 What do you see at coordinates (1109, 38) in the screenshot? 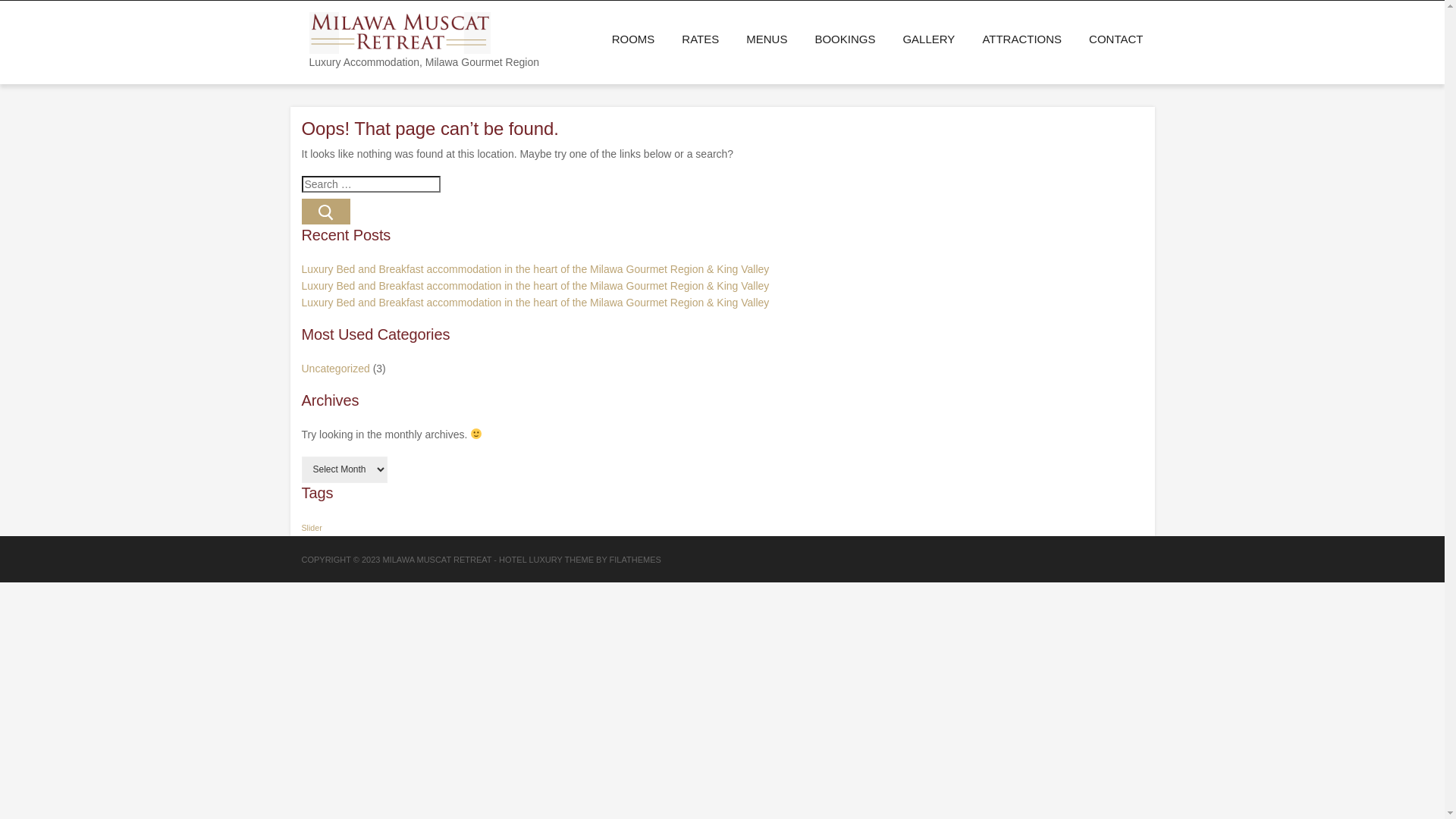
I see `'CONTACT'` at bounding box center [1109, 38].